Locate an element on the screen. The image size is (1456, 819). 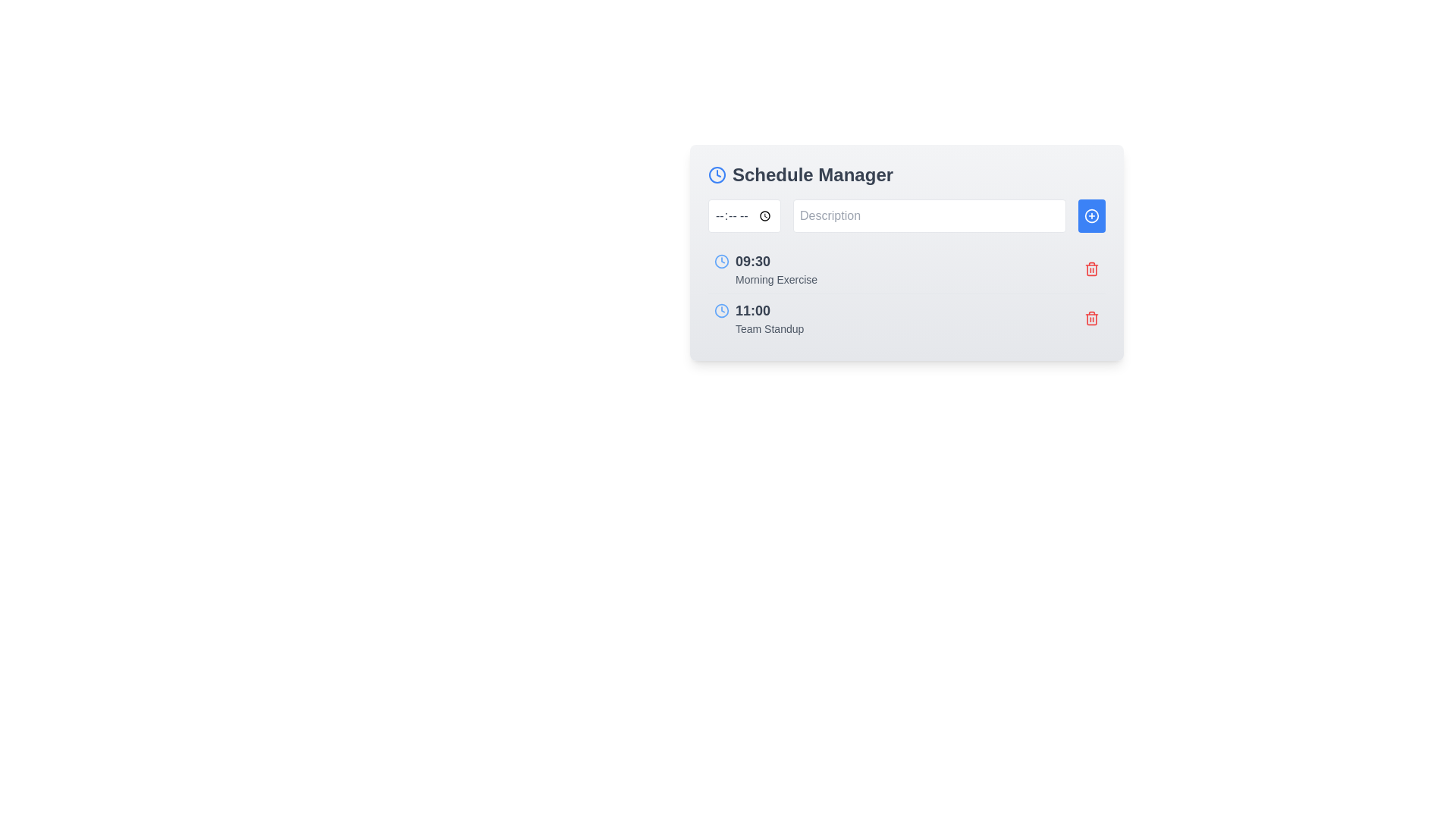
the Text label that conveys the title of the event or activity scheduled at 09:30, located in the second row of the schedule list is located at coordinates (766, 280).